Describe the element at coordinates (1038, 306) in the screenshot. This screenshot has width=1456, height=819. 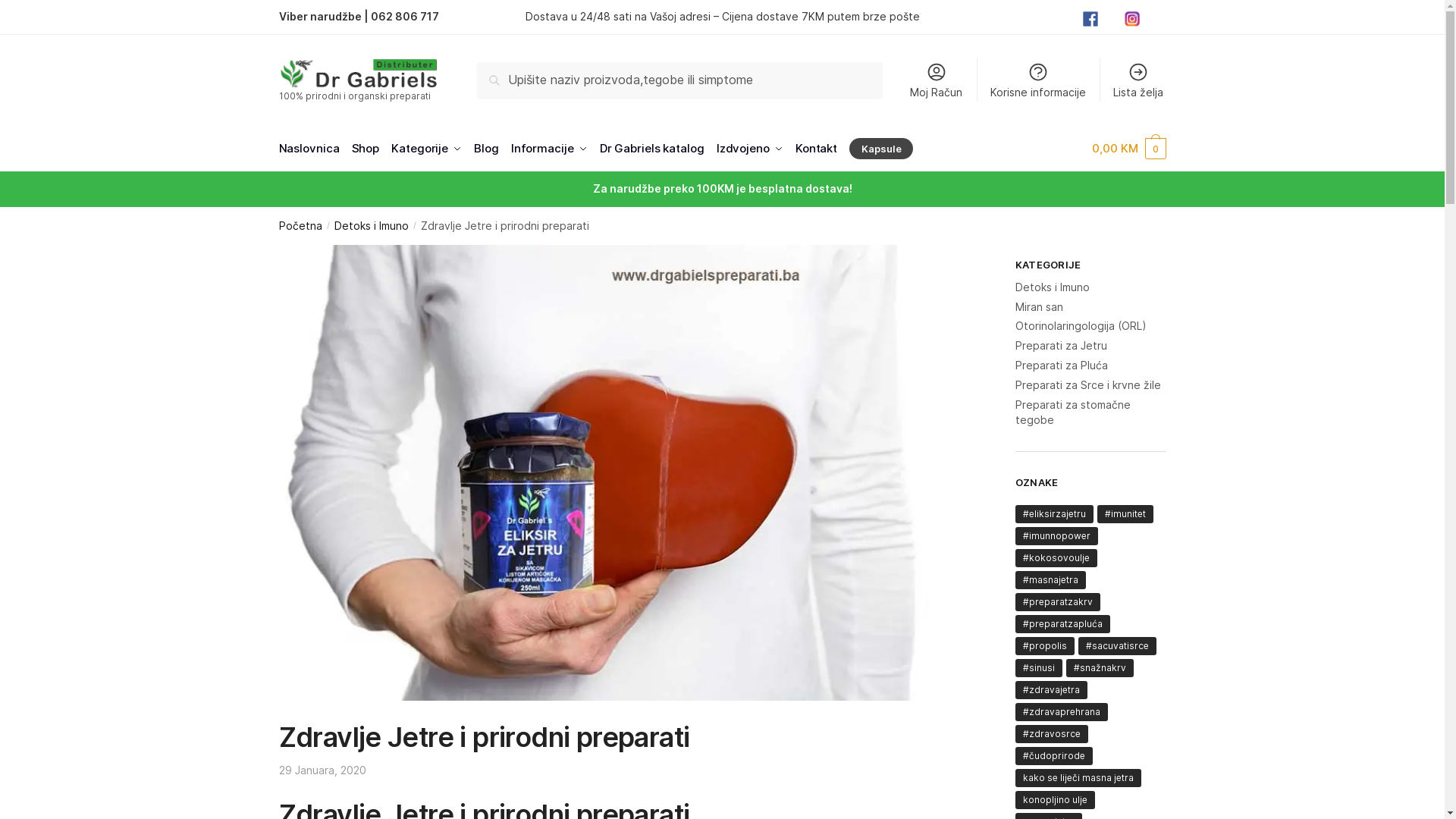
I see `'Miran san'` at that location.